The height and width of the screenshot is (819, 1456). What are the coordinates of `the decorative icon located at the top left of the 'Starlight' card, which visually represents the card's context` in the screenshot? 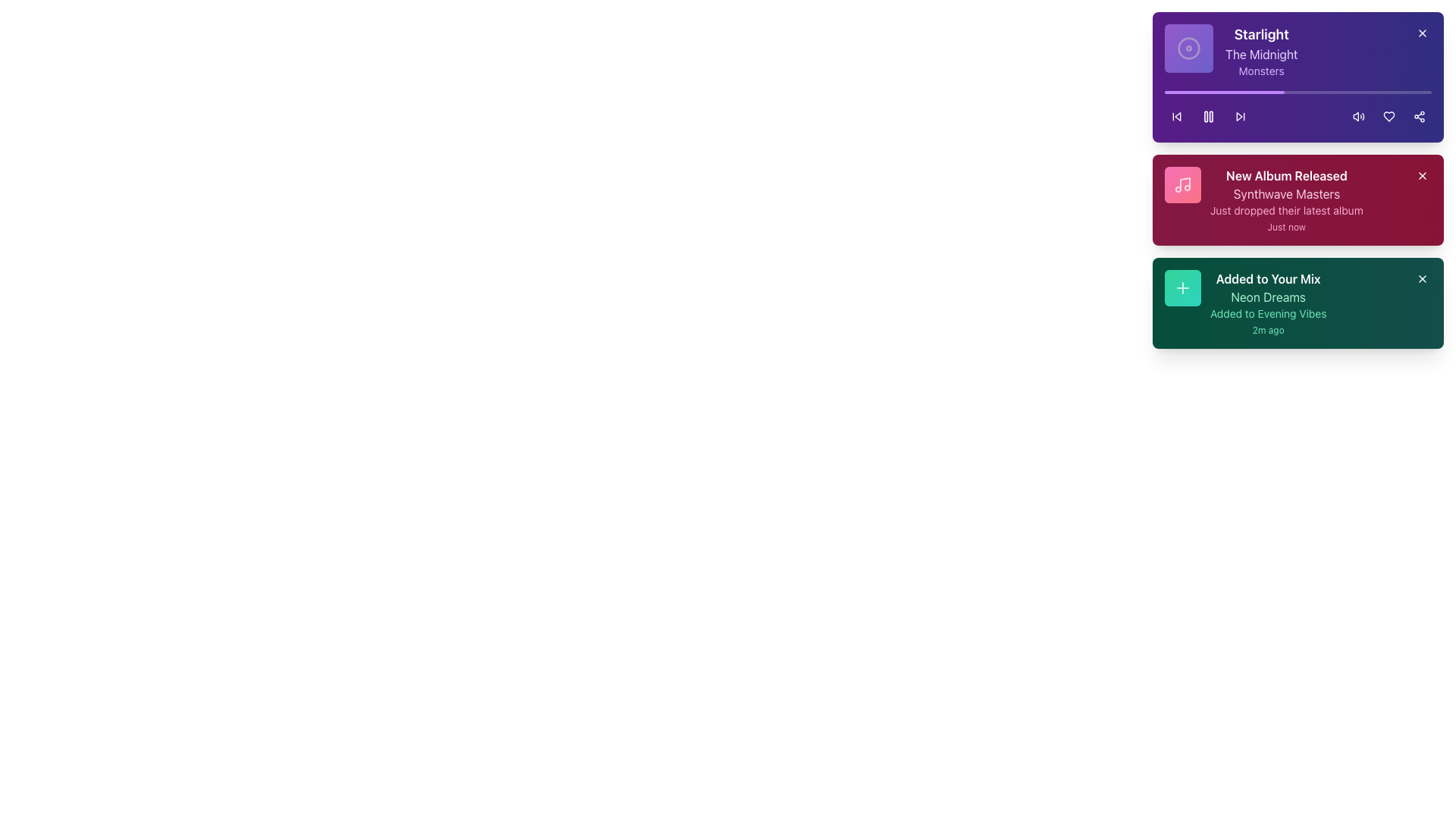 It's located at (1188, 48).